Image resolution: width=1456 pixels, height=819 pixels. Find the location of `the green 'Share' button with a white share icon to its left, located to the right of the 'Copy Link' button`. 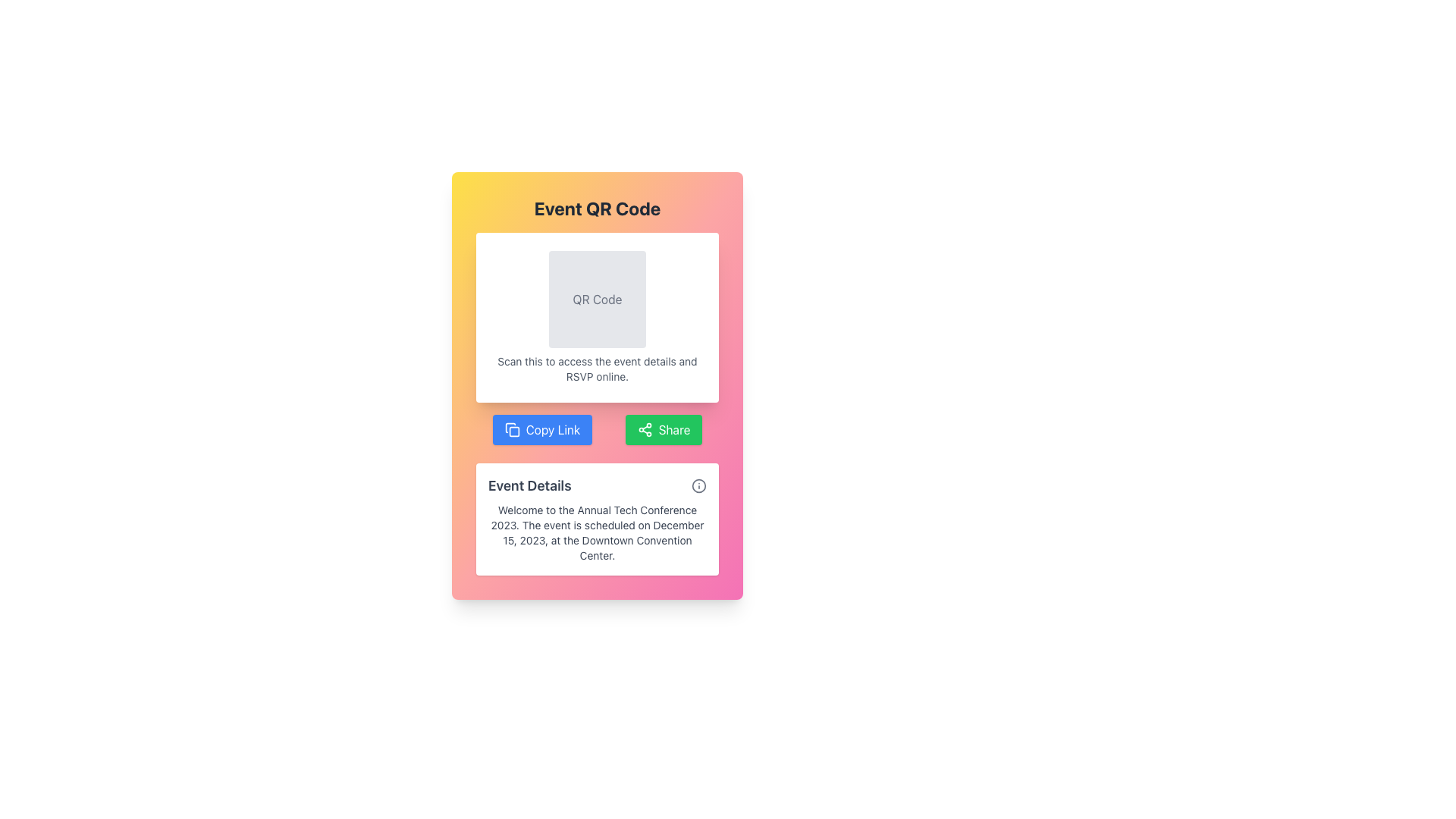

the green 'Share' button with a white share icon to its left, located to the right of the 'Copy Link' button is located at coordinates (664, 430).